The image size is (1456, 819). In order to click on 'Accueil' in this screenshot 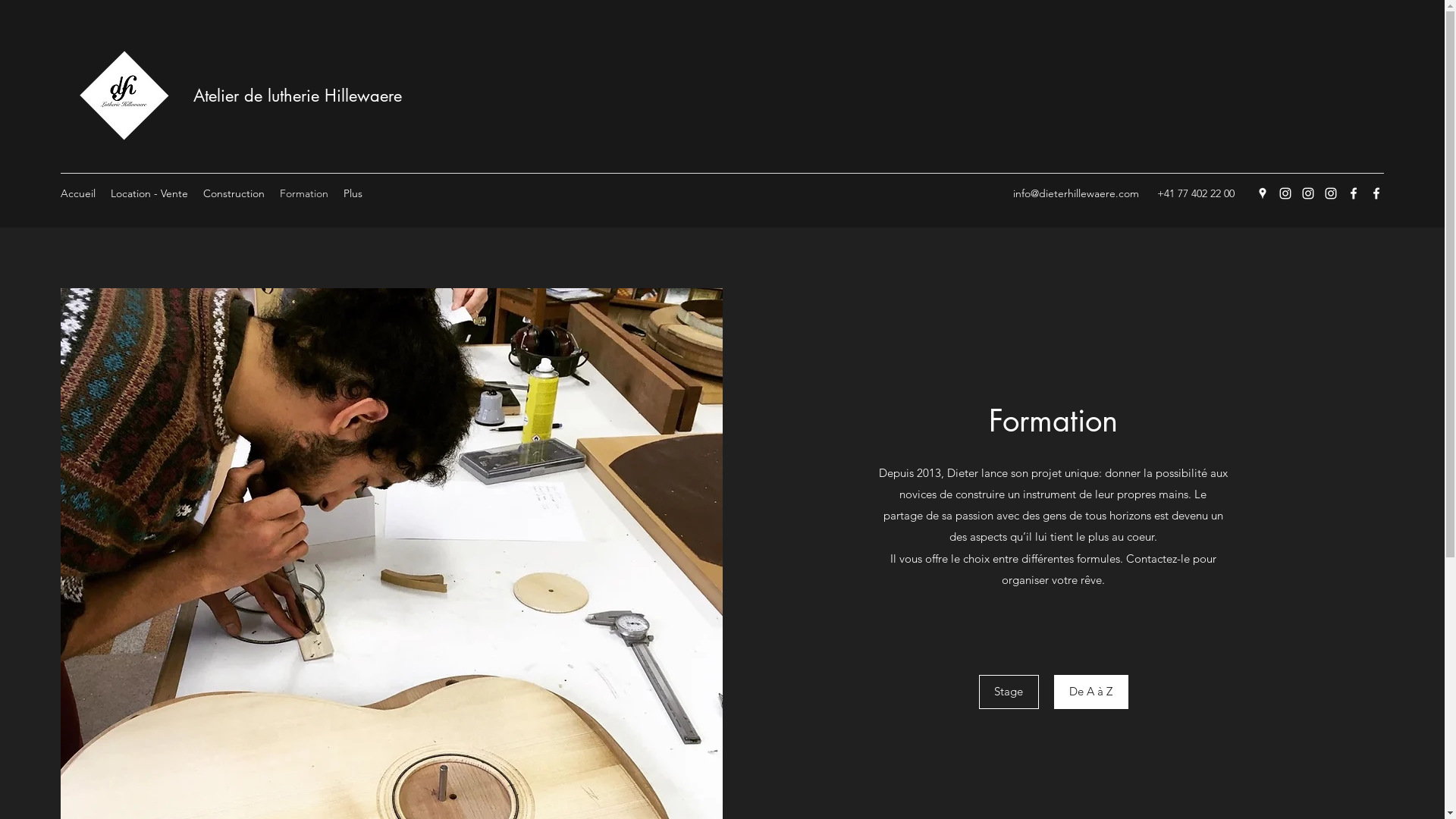, I will do `click(77, 192)`.